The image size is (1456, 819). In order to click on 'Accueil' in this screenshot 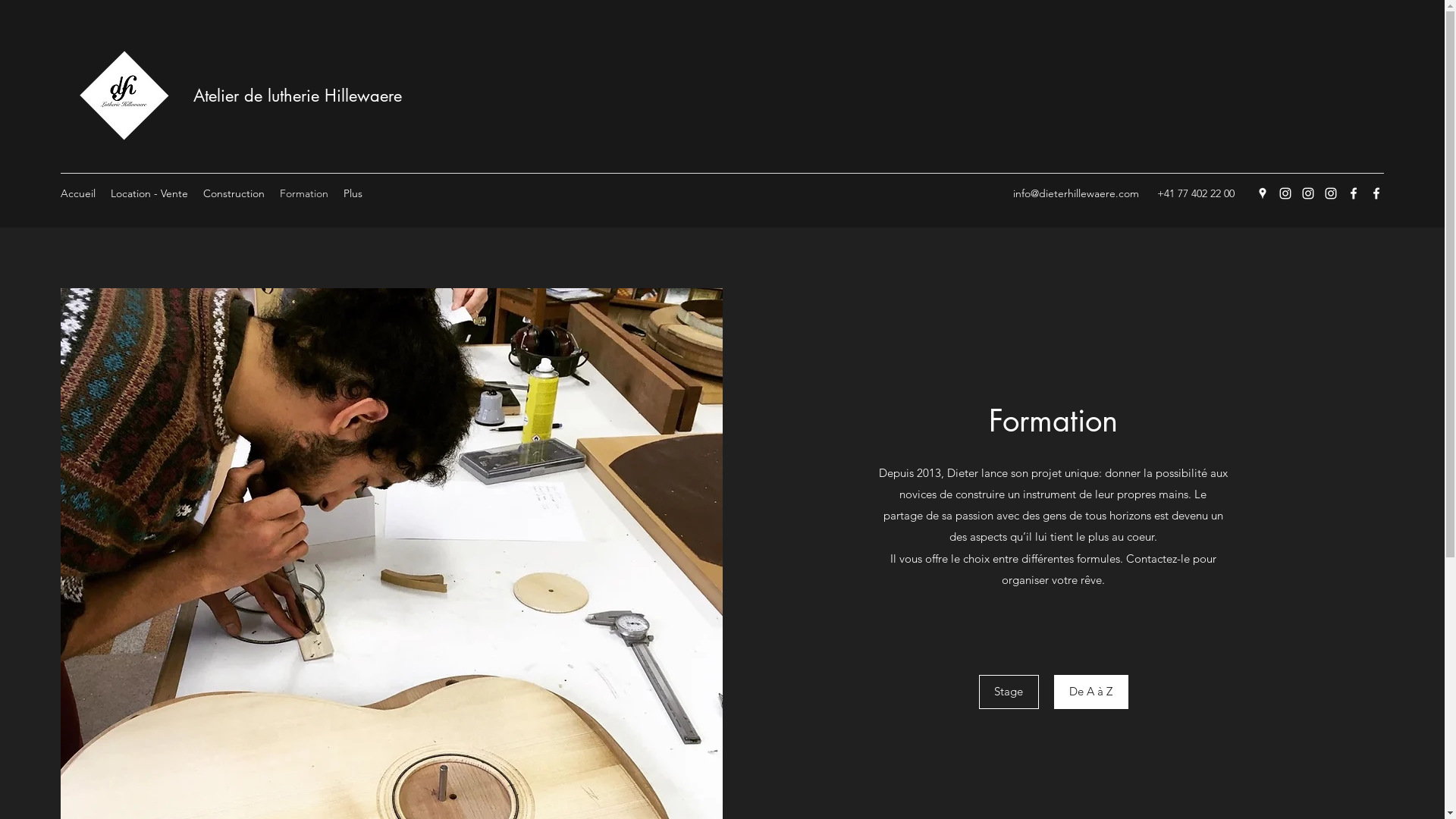, I will do `click(77, 192)`.